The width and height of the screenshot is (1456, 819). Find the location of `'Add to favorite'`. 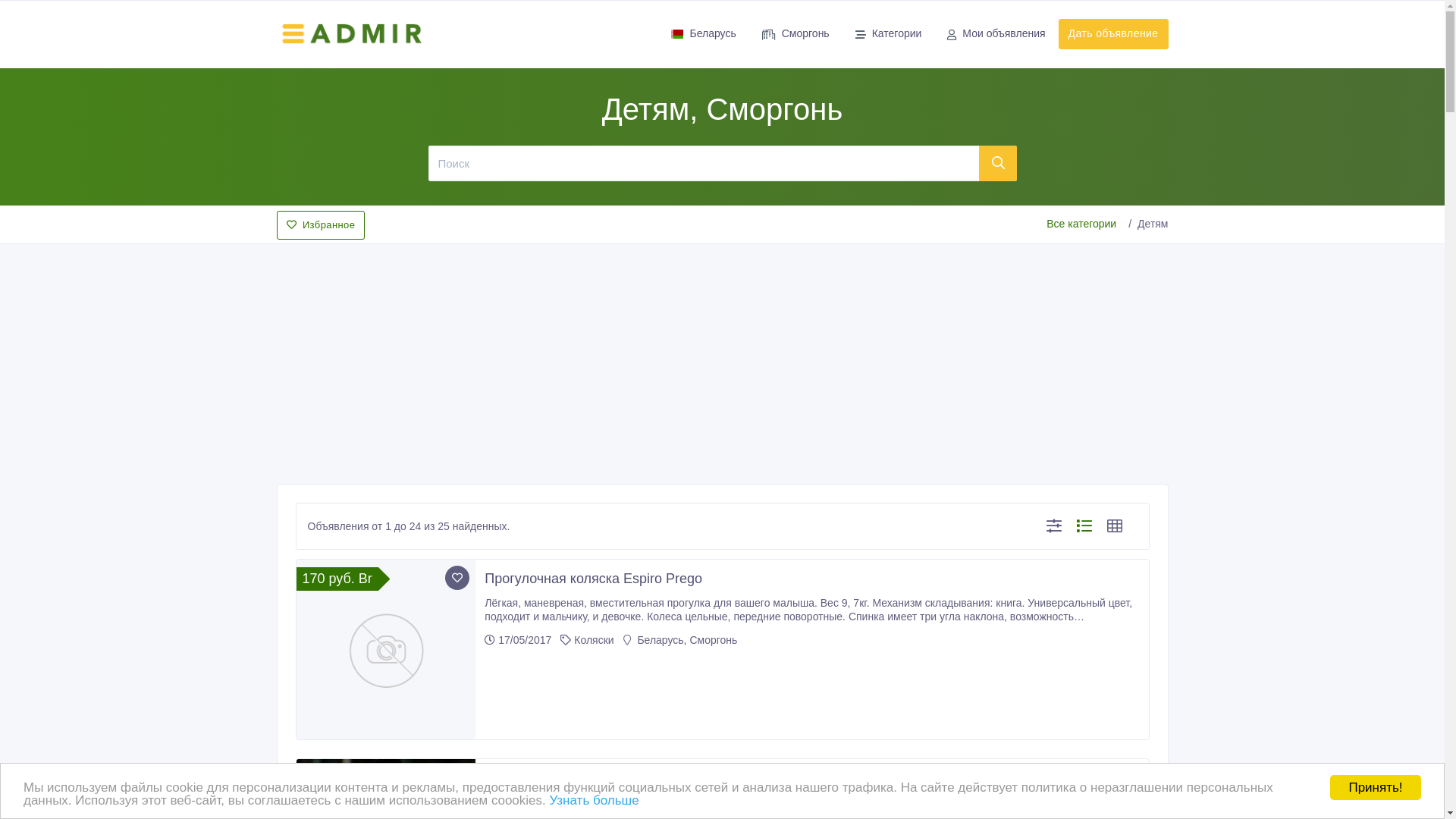

'Add to favorite' is located at coordinates (457, 578).